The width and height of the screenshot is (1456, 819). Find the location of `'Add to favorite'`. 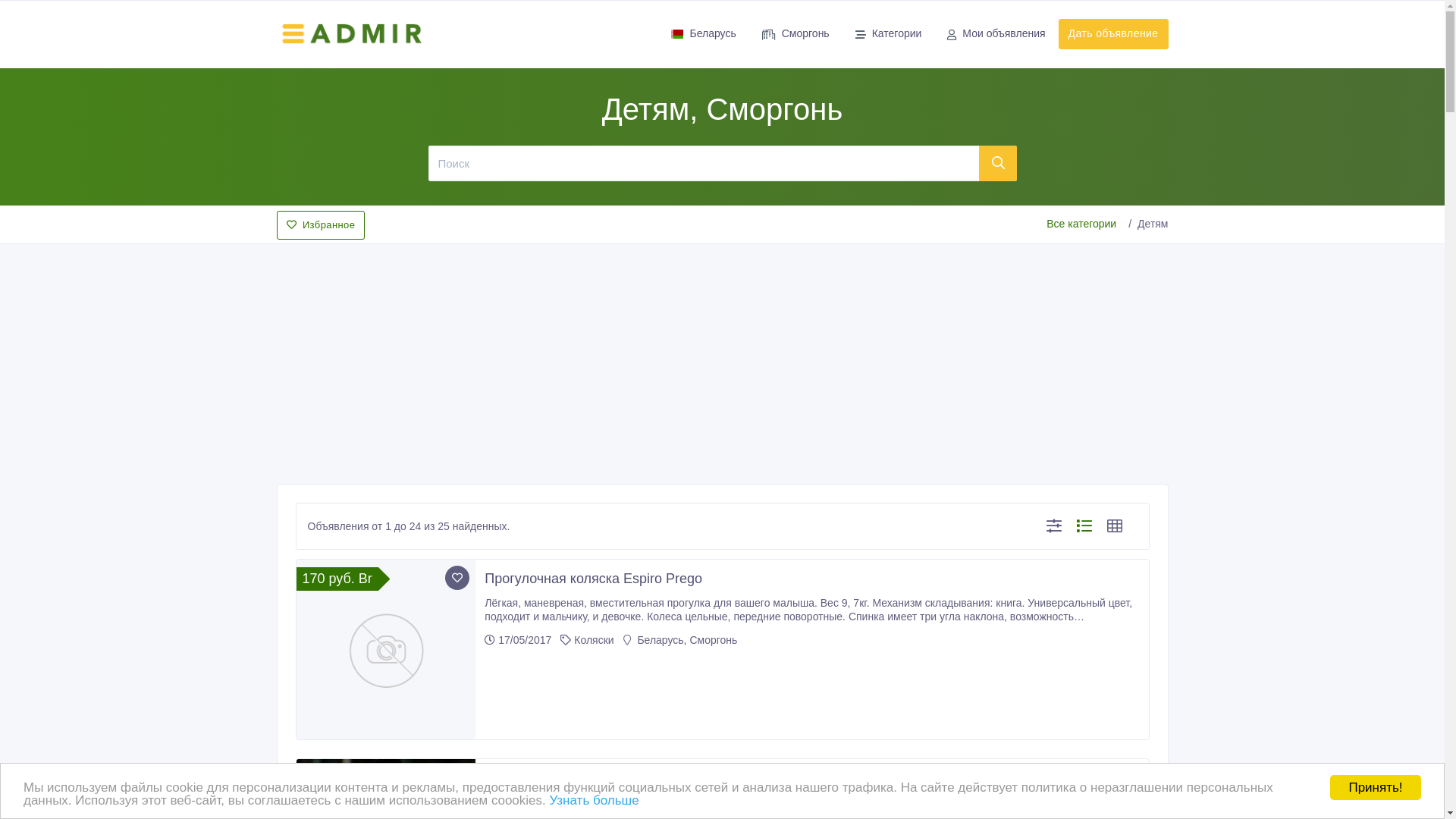

'Add to favorite' is located at coordinates (457, 578).